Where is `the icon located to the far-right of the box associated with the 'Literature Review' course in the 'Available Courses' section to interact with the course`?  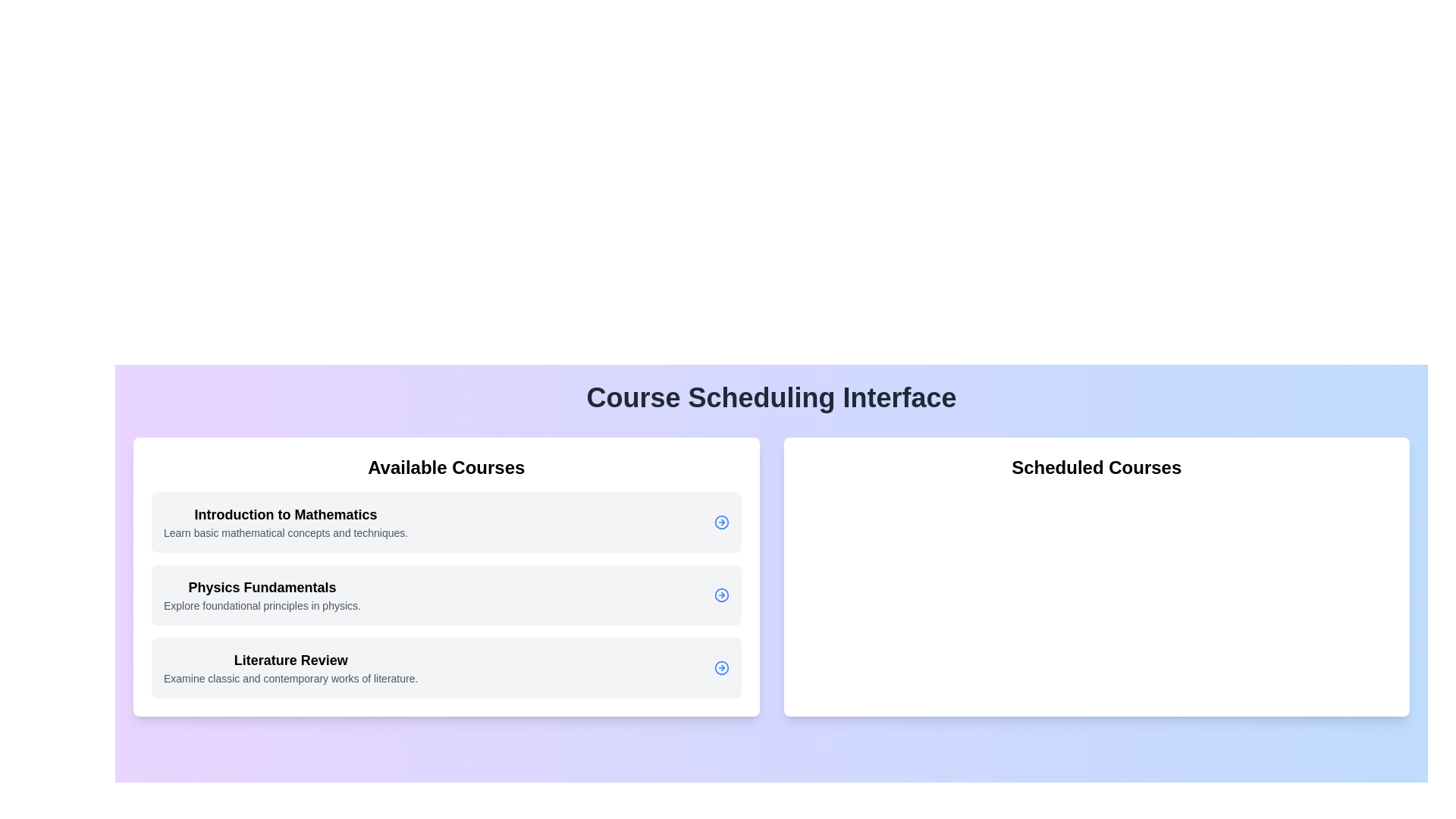 the icon located to the far-right of the box associated with the 'Literature Review' course in the 'Available Courses' section to interact with the course is located at coordinates (720, 667).